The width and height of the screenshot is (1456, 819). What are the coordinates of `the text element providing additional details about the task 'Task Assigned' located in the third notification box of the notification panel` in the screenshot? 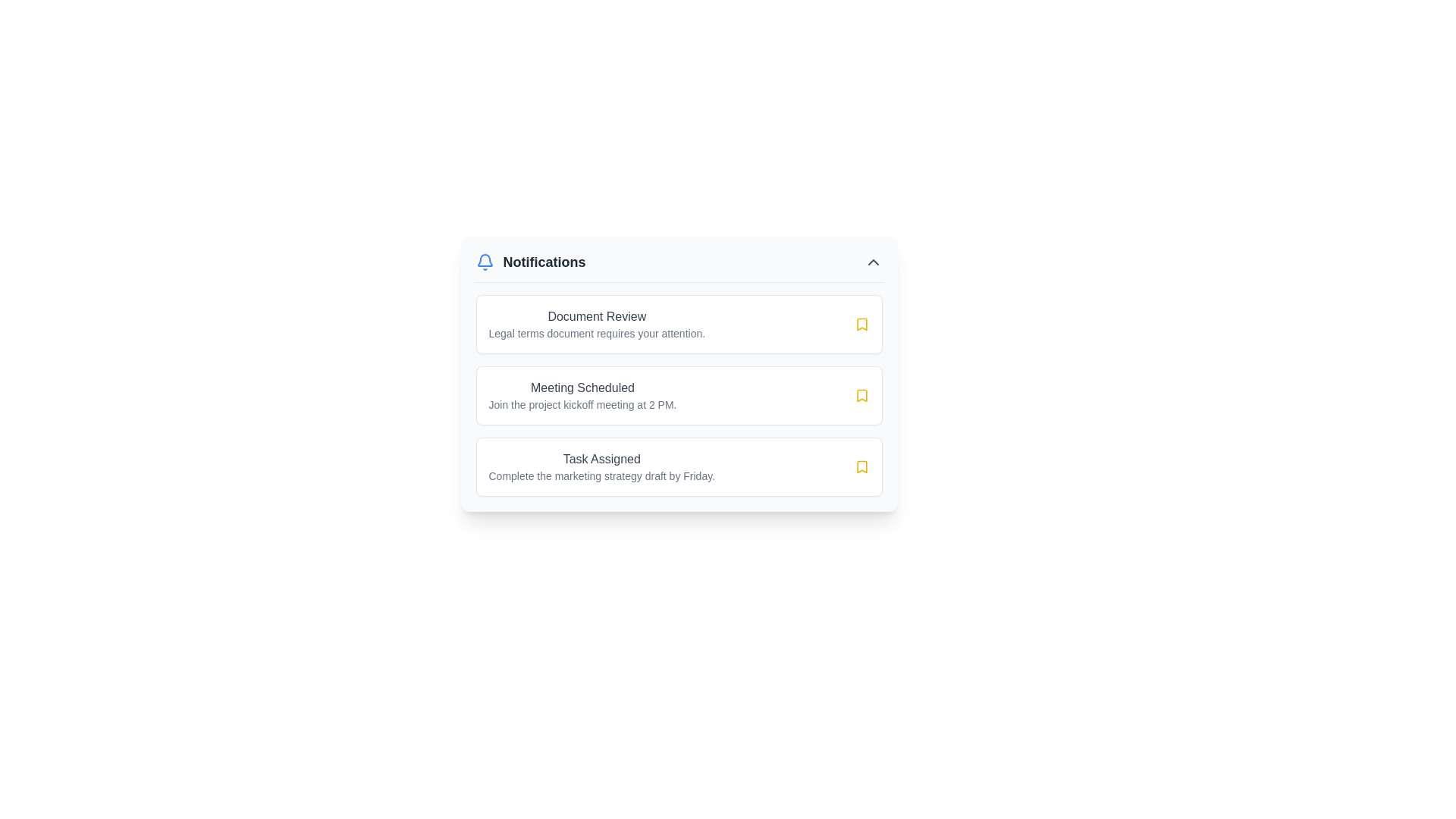 It's located at (601, 475).